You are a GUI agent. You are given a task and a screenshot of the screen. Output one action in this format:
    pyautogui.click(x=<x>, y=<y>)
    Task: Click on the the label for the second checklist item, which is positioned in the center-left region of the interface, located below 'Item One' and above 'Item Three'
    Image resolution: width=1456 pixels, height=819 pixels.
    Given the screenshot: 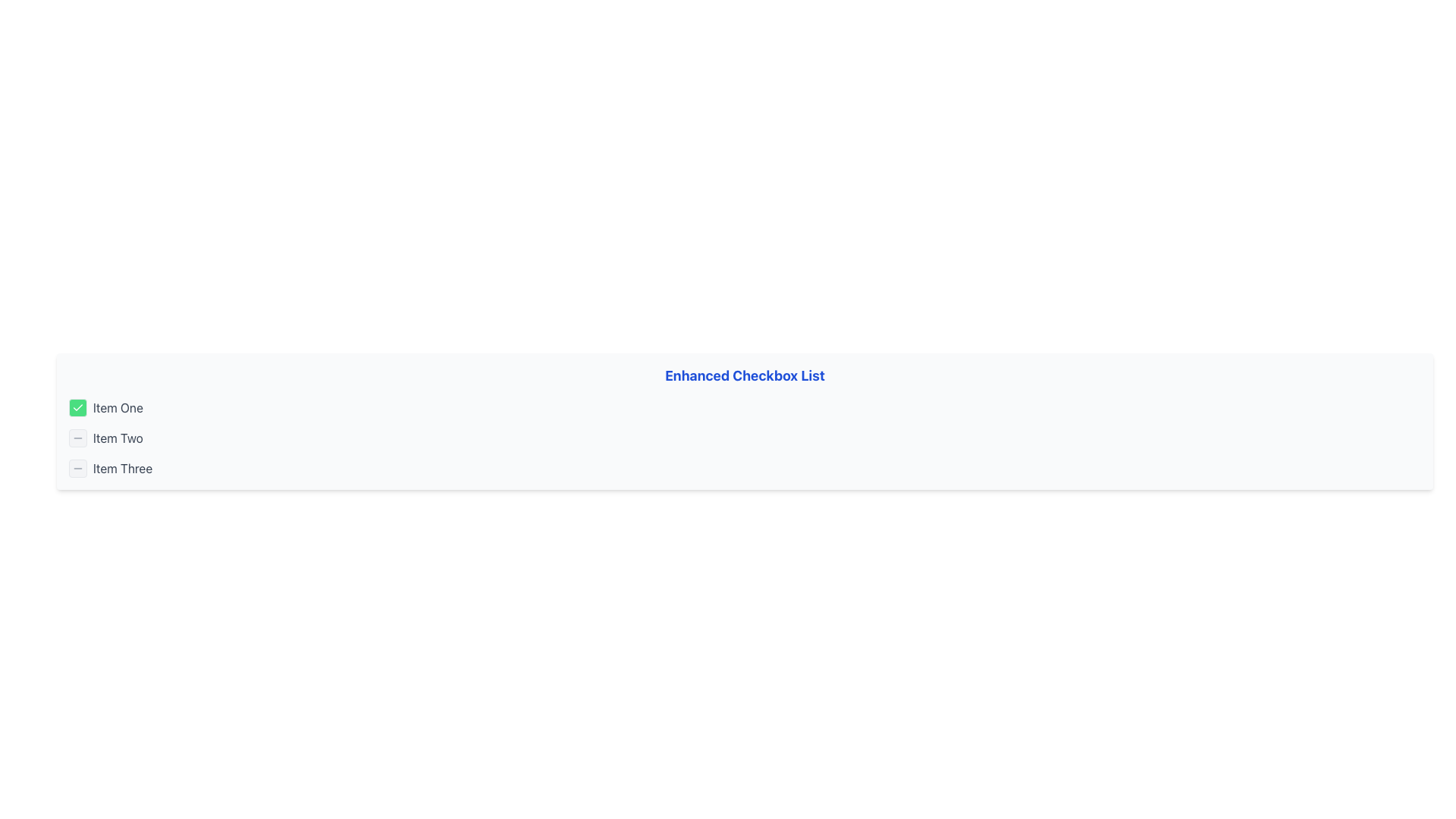 What is the action you would take?
    pyautogui.click(x=117, y=438)
    